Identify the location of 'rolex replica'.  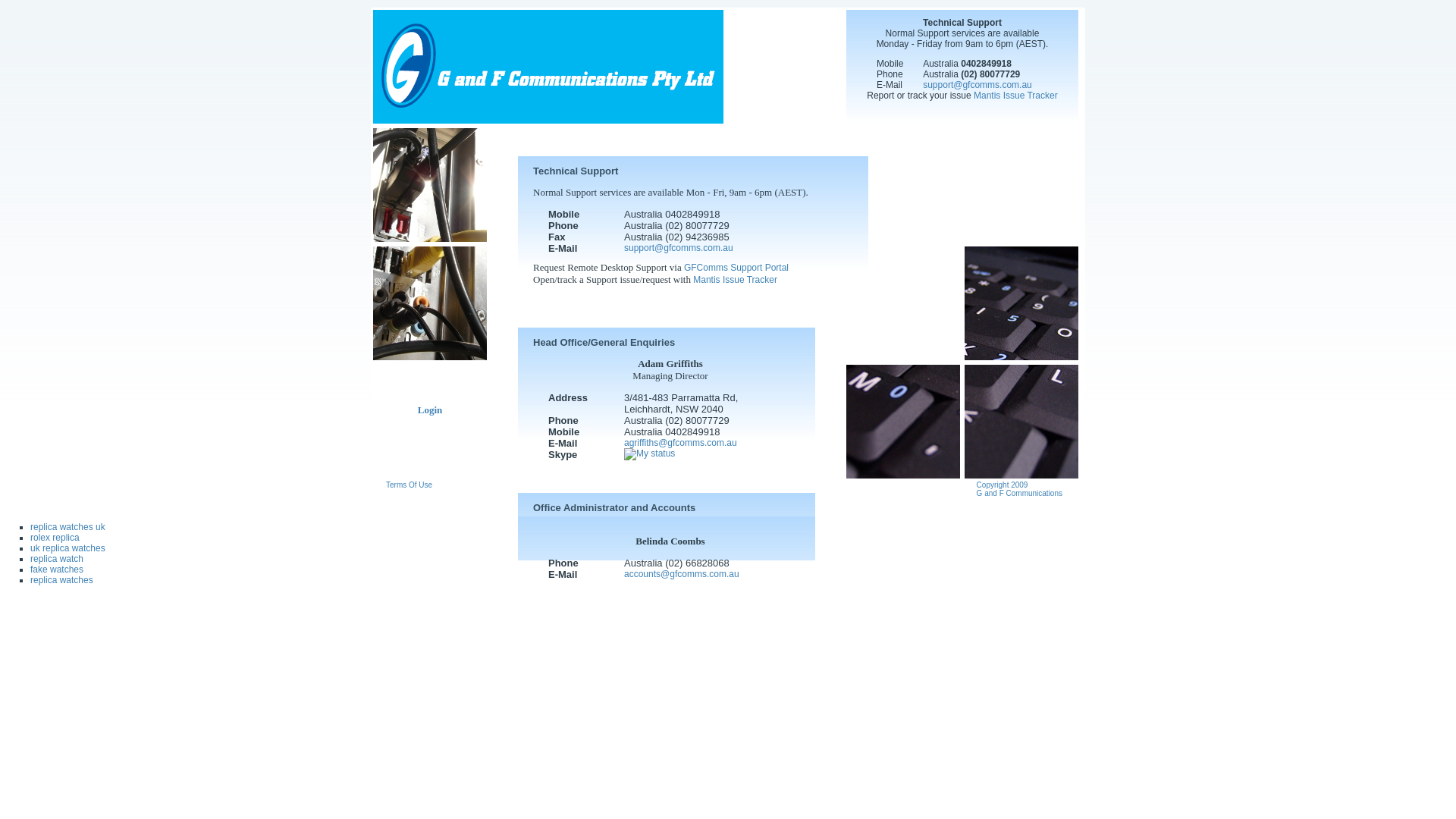
(55, 537).